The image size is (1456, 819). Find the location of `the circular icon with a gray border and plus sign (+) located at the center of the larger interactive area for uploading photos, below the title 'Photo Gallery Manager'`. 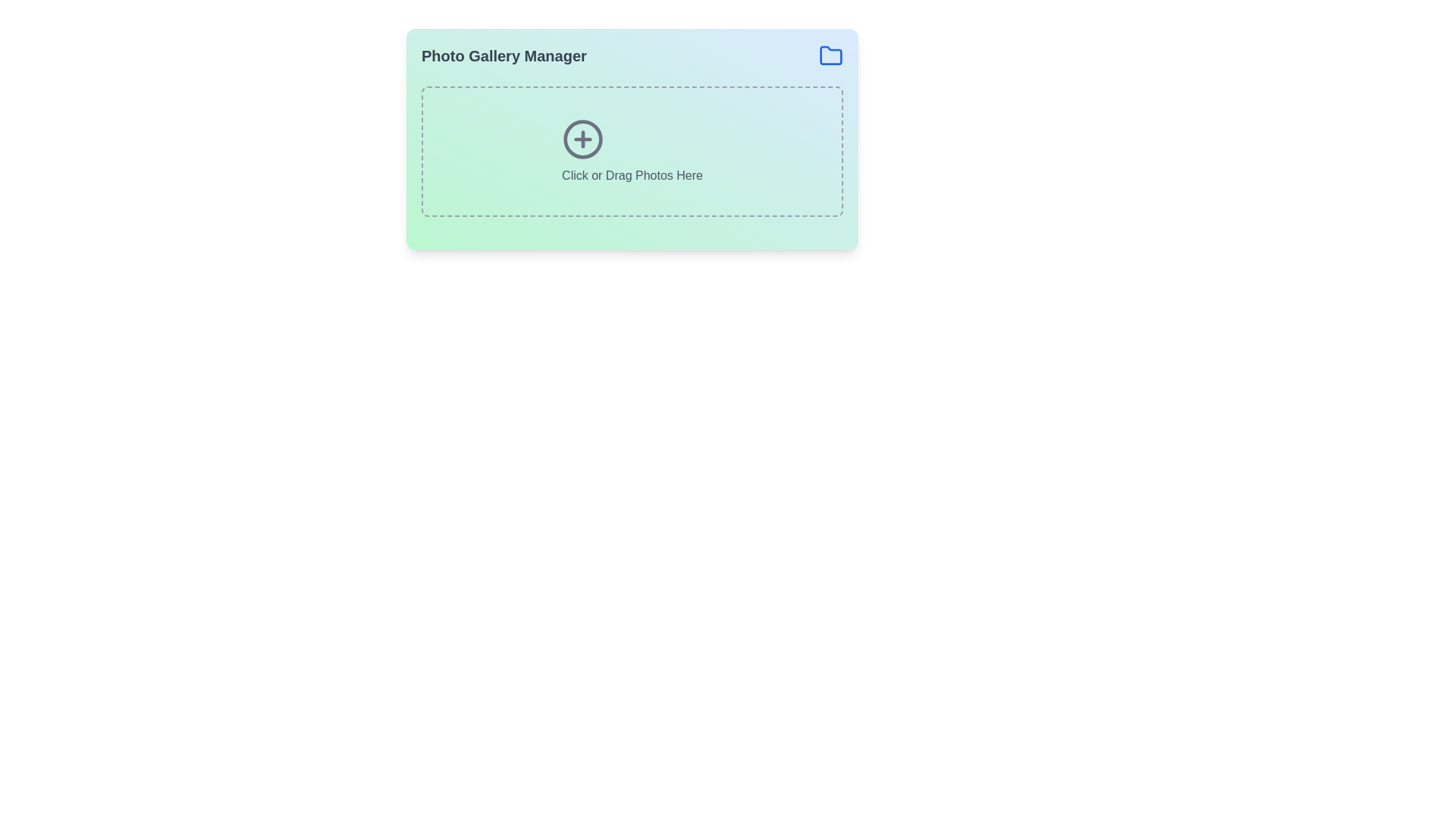

the circular icon with a gray border and plus sign (+) located at the center of the larger interactive area for uploading photos, below the title 'Photo Gallery Manager' is located at coordinates (582, 140).